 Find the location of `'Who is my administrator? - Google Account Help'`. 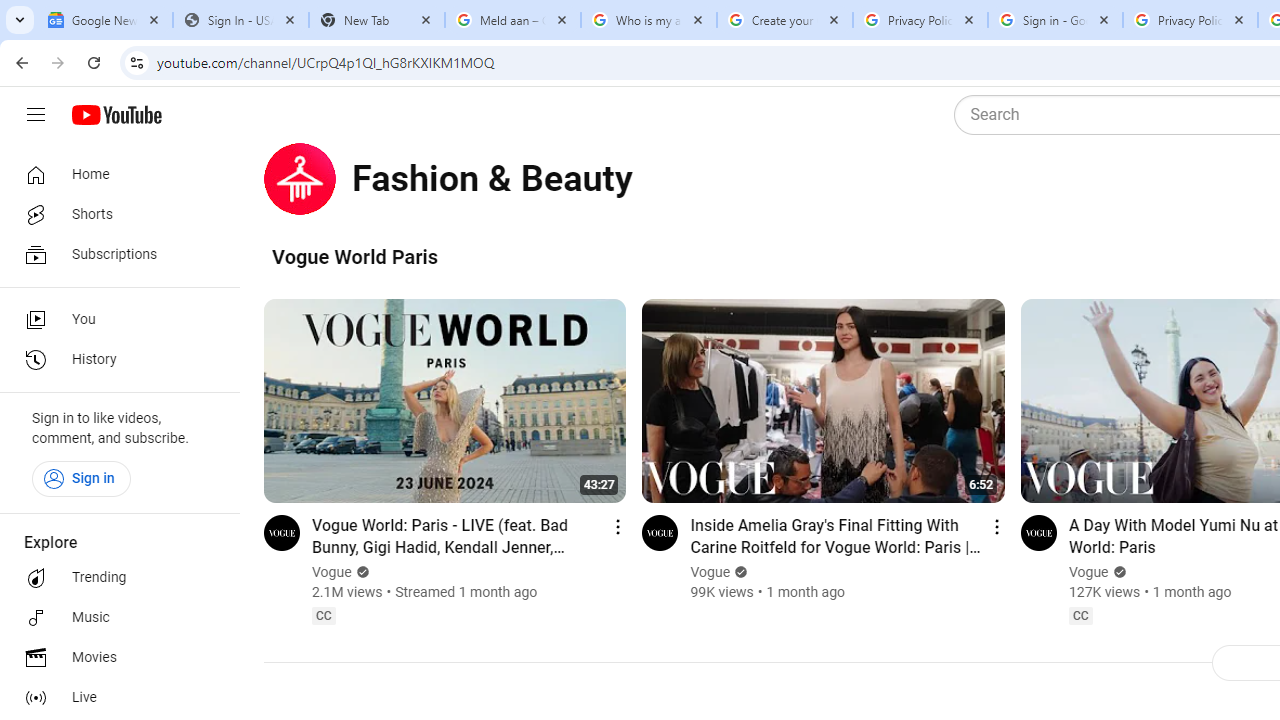

'Who is my administrator? - Google Account Help' is located at coordinates (648, 20).